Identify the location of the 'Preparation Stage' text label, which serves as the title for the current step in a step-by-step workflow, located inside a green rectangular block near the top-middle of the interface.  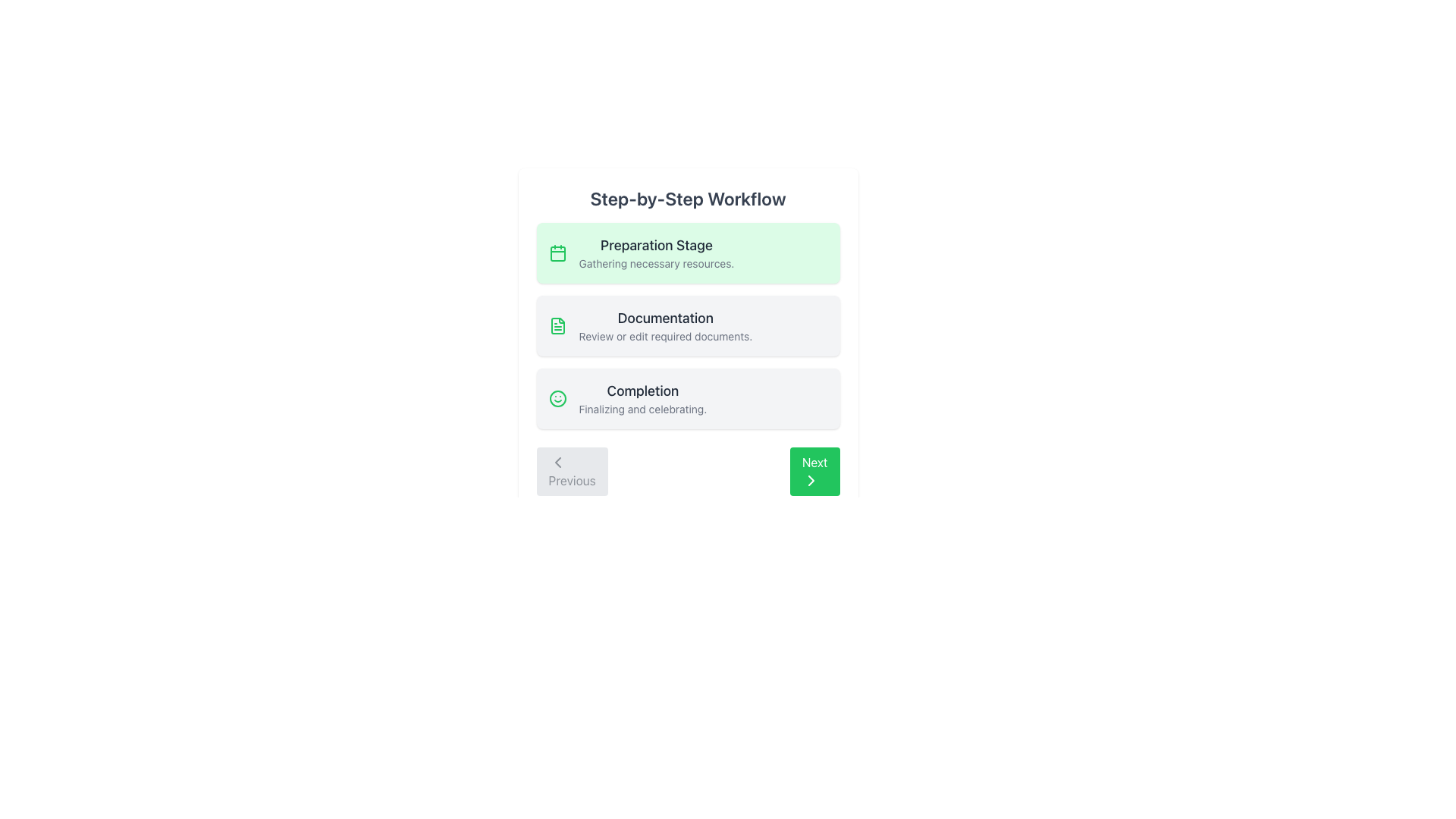
(656, 245).